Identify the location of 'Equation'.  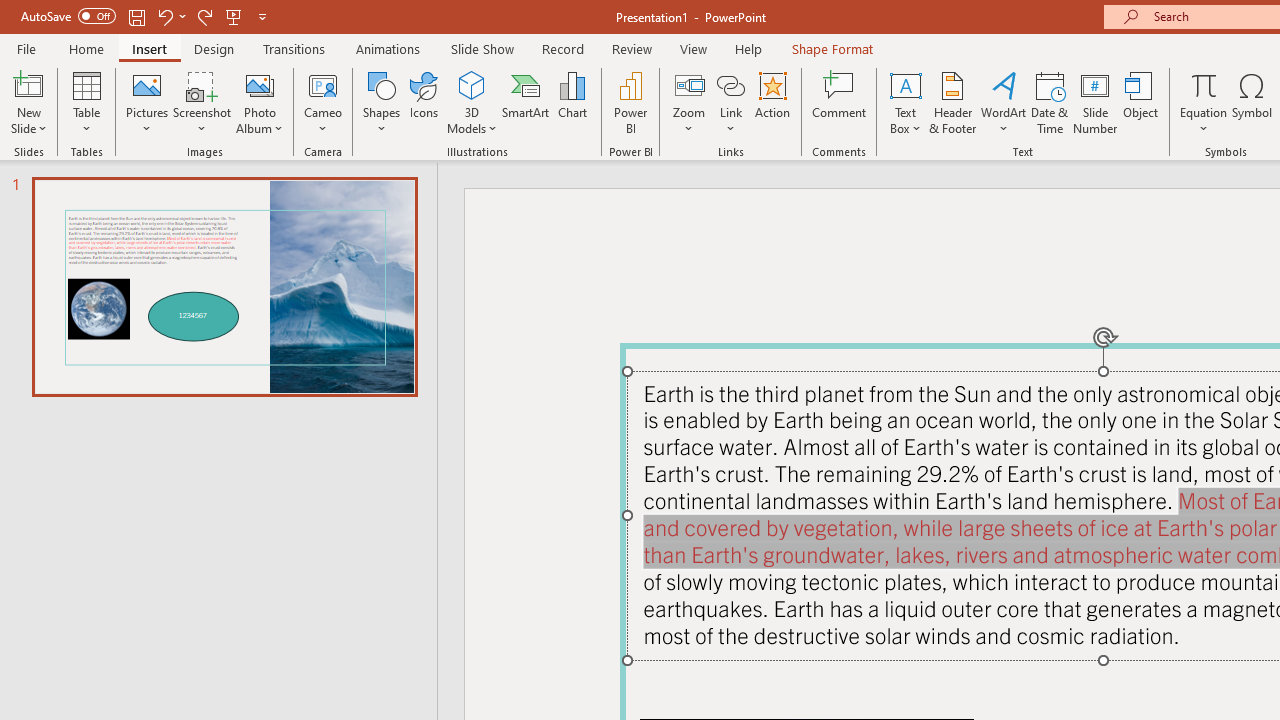
(1202, 103).